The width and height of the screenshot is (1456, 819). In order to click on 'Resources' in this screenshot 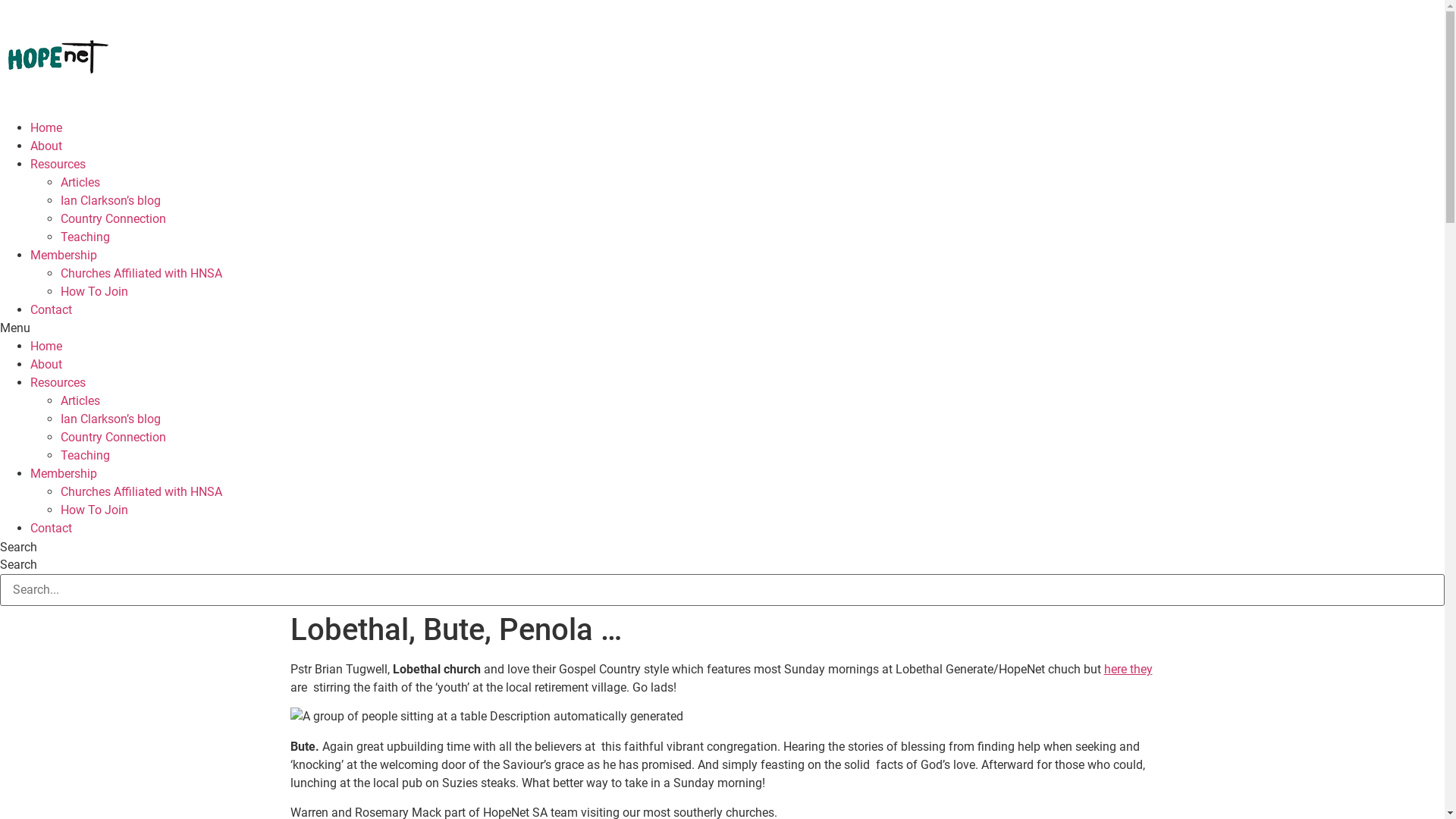, I will do `click(58, 381)`.